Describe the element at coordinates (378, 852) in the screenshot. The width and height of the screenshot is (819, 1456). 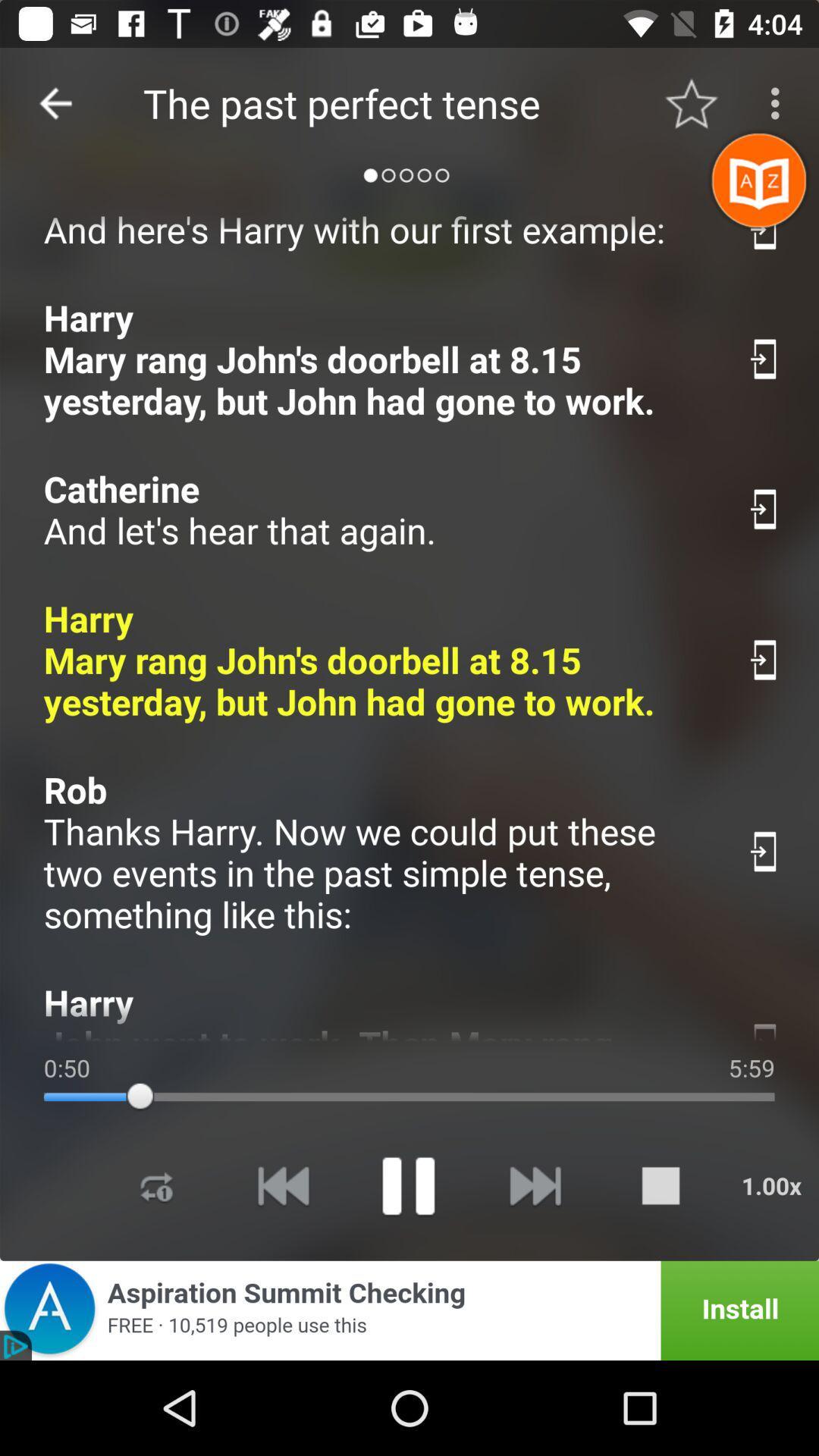
I see `the rob thanks harry` at that location.